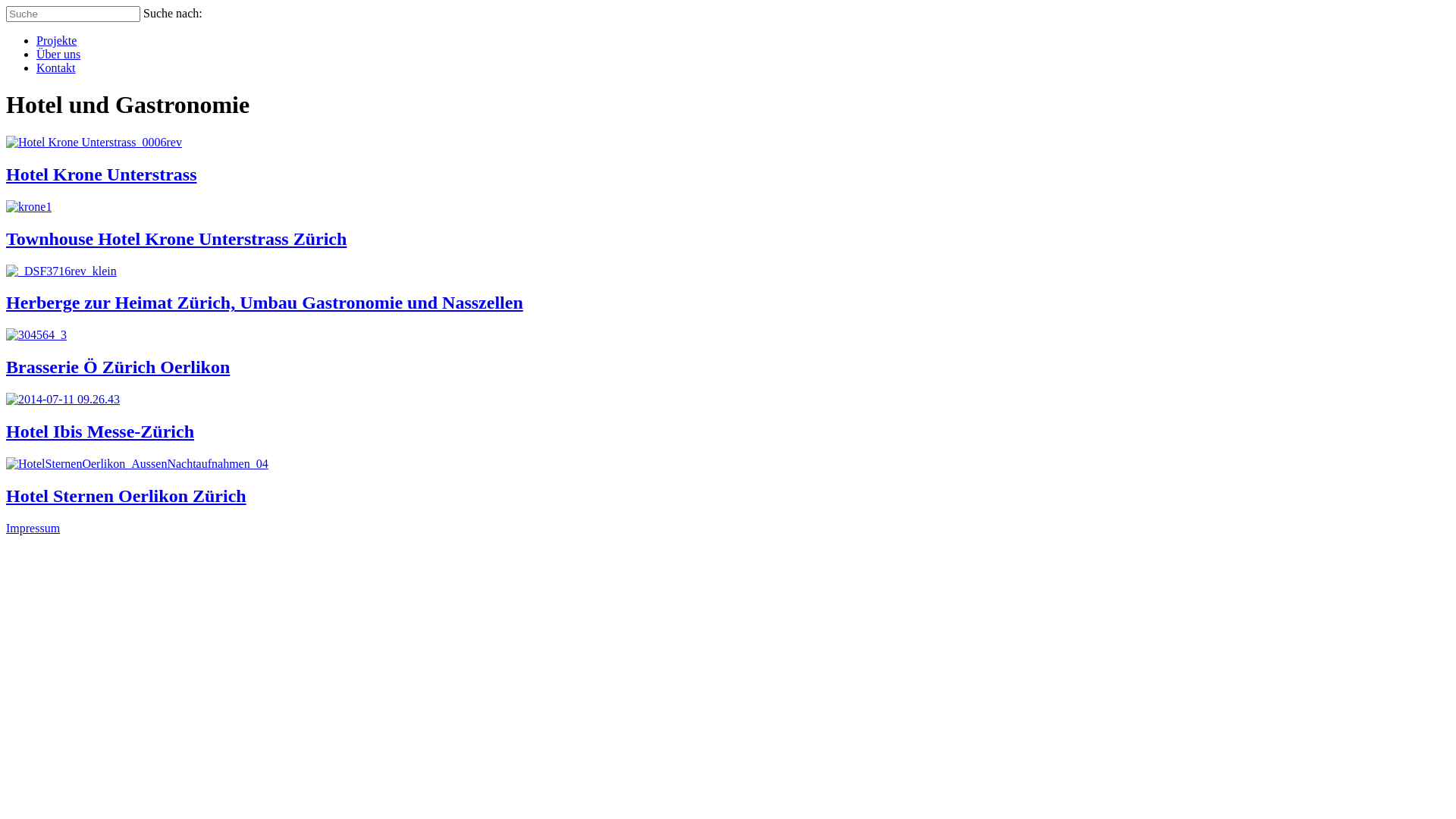 This screenshot has width=1456, height=819. What do you see at coordinates (55, 67) in the screenshot?
I see `'Kontakt'` at bounding box center [55, 67].